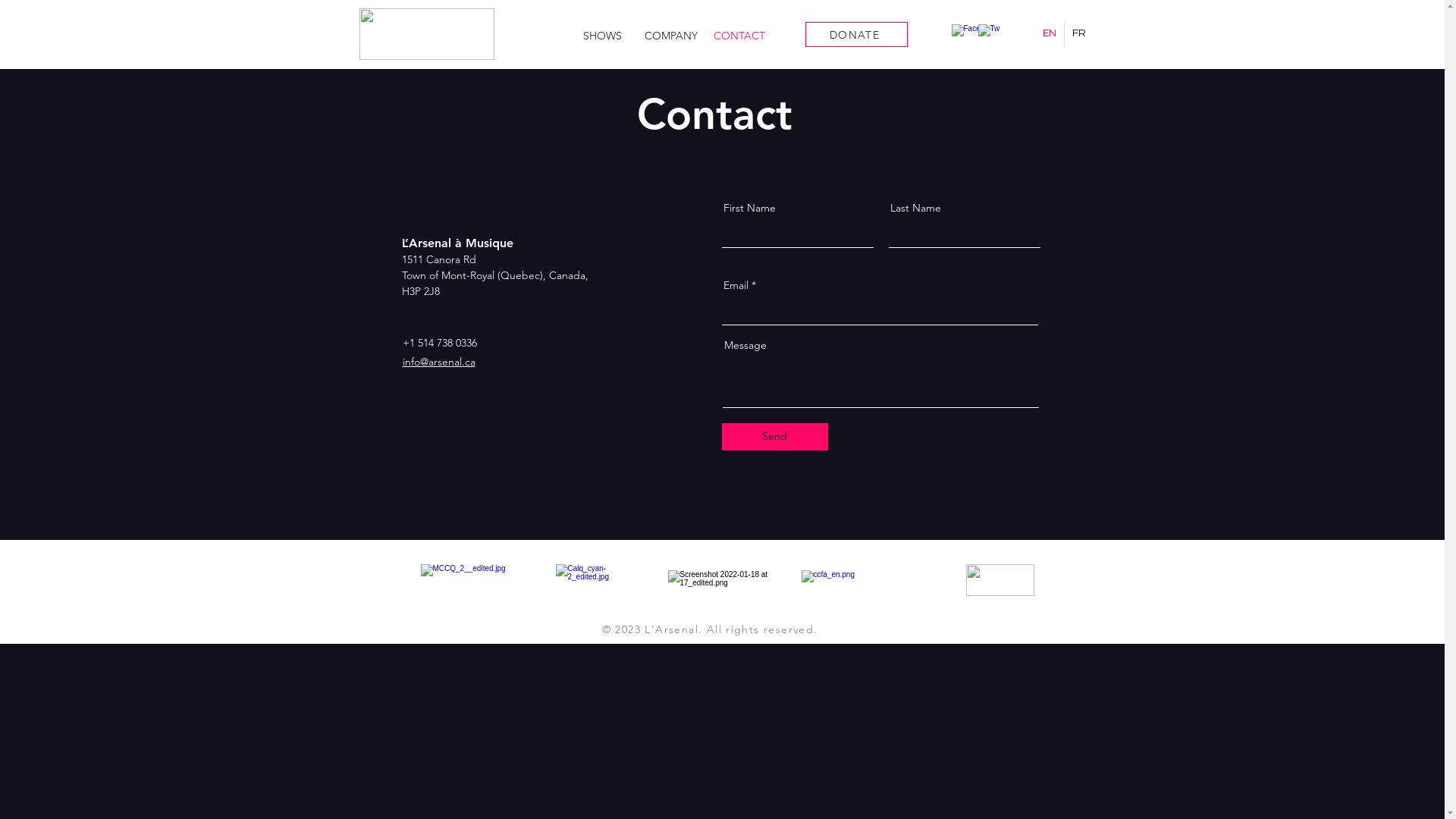 The image size is (1456, 819). Describe the element at coordinates (856, 34) in the screenshot. I see `'DONATE'` at that location.